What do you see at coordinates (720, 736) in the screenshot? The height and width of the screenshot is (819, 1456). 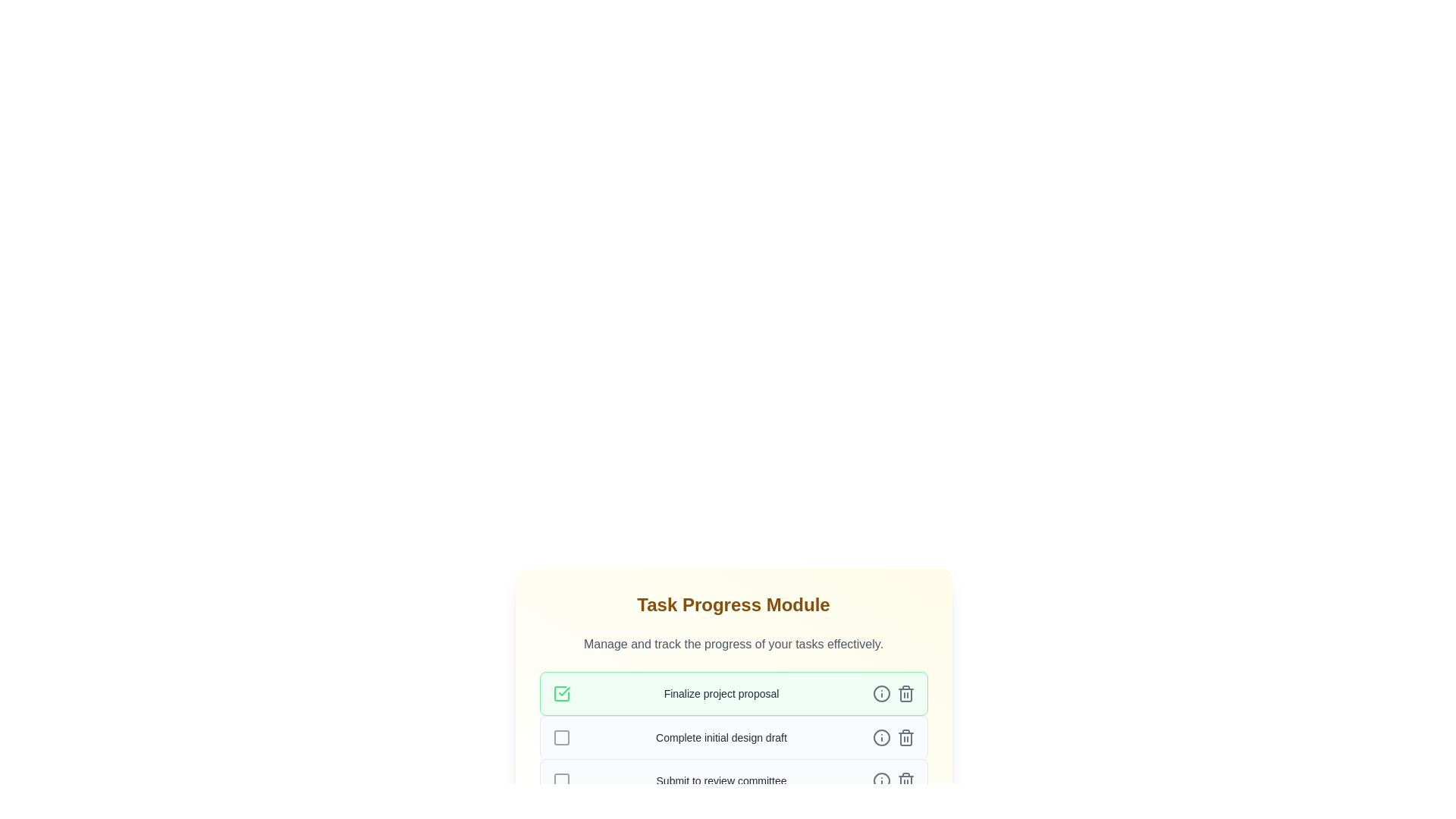 I see `the static text element that serves as a label for a task in the task management system, positioned below 'Finalize project proposal'` at bounding box center [720, 736].